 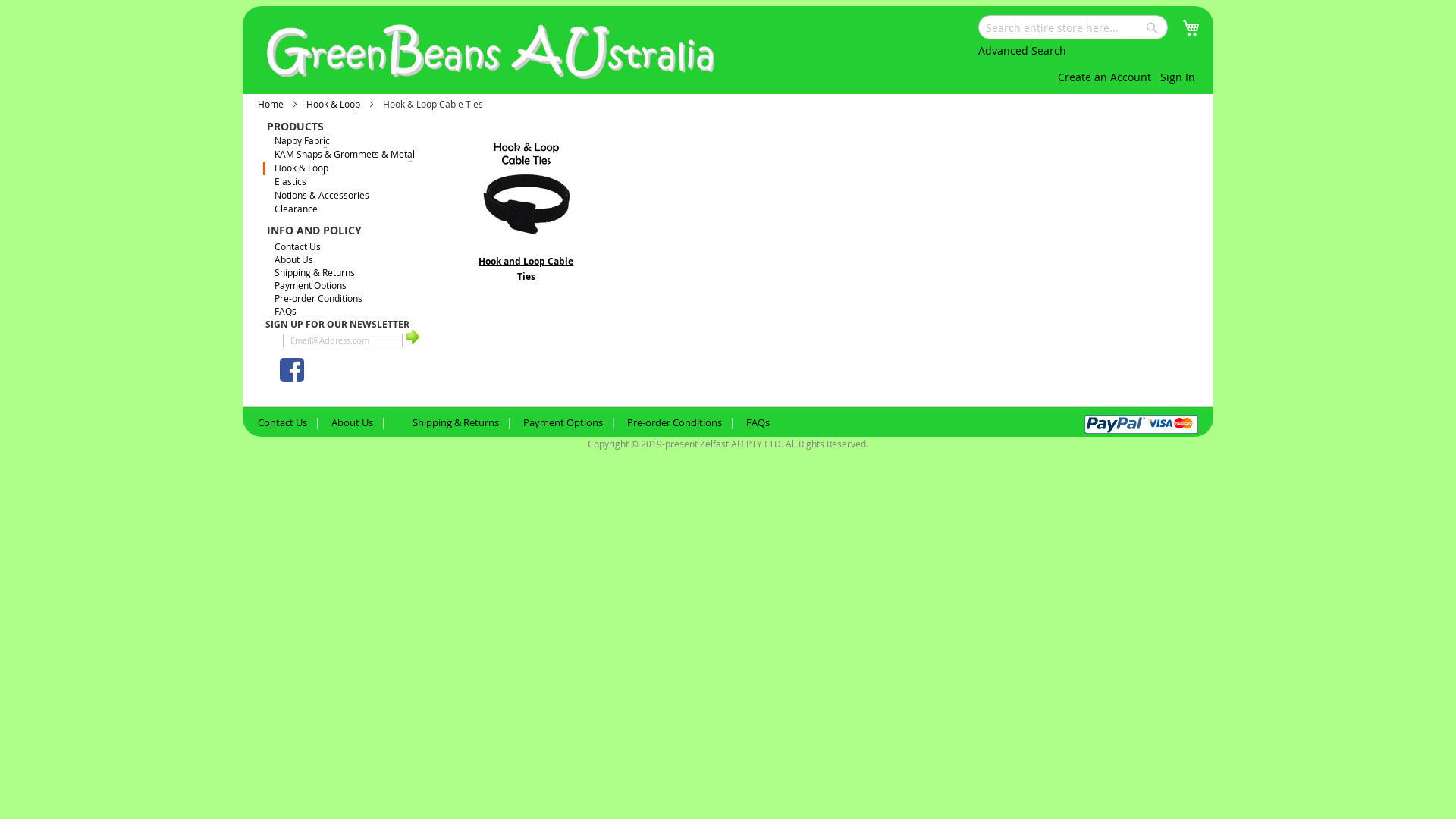 What do you see at coordinates (339, 158) in the screenshot?
I see `'KAM Snaps & Grommets & Metal'` at bounding box center [339, 158].